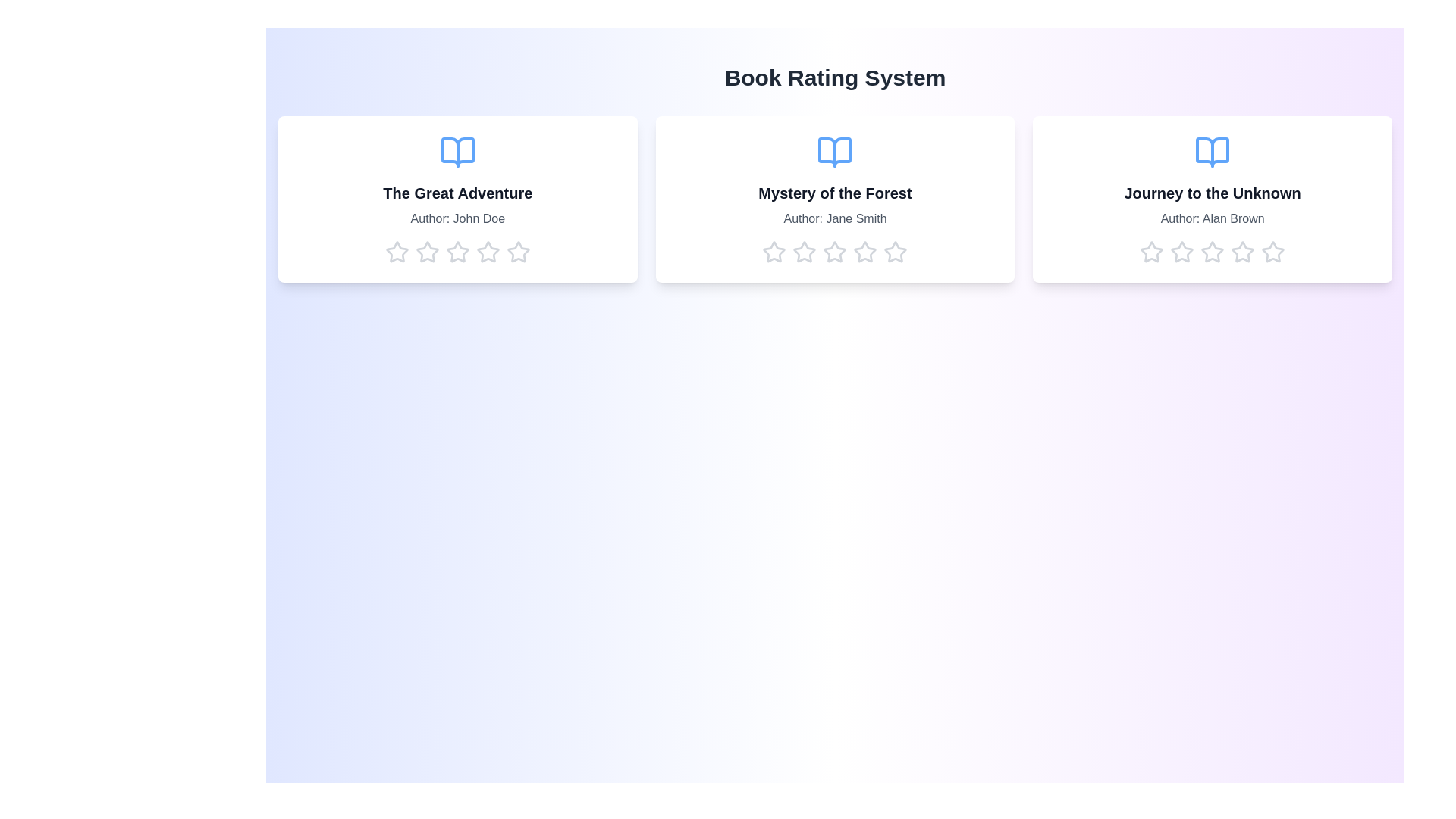  Describe the element at coordinates (397, 251) in the screenshot. I see `the star corresponding to 1 stars to preview the rating` at that location.